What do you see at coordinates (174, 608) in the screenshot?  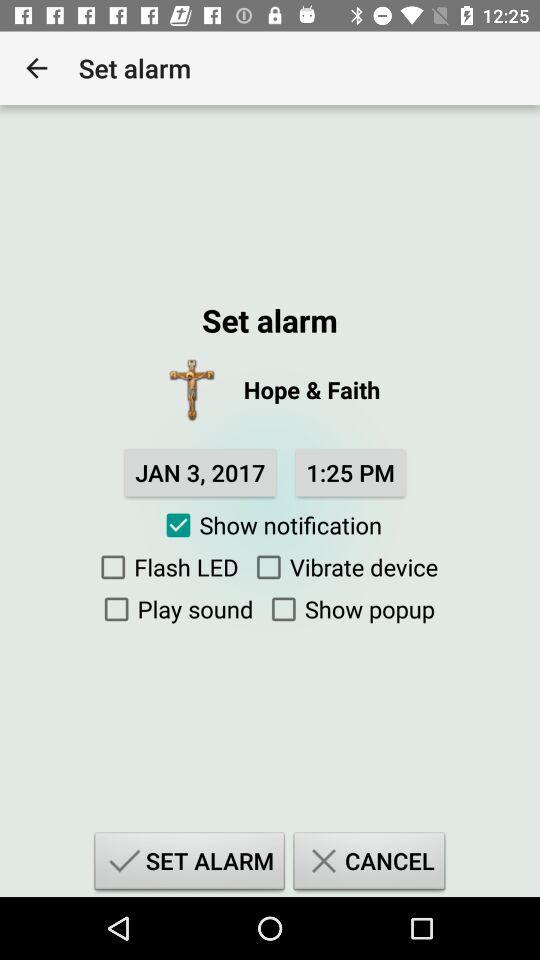 I see `item below flash led item` at bounding box center [174, 608].